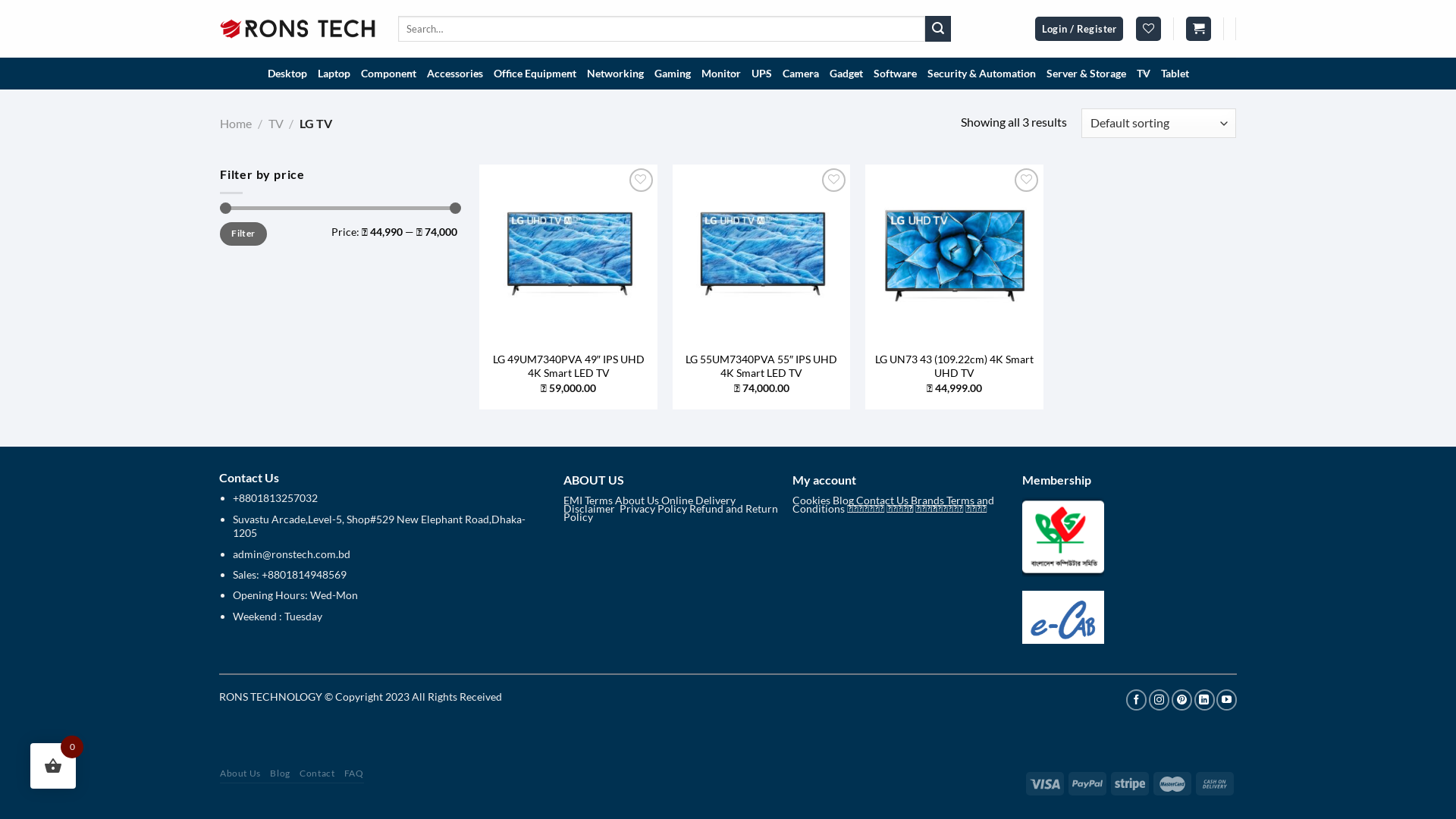 The width and height of the screenshot is (1456, 819). What do you see at coordinates (276, 122) in the screenshot?
I see `'TV'` at bounding box center [276, 122].